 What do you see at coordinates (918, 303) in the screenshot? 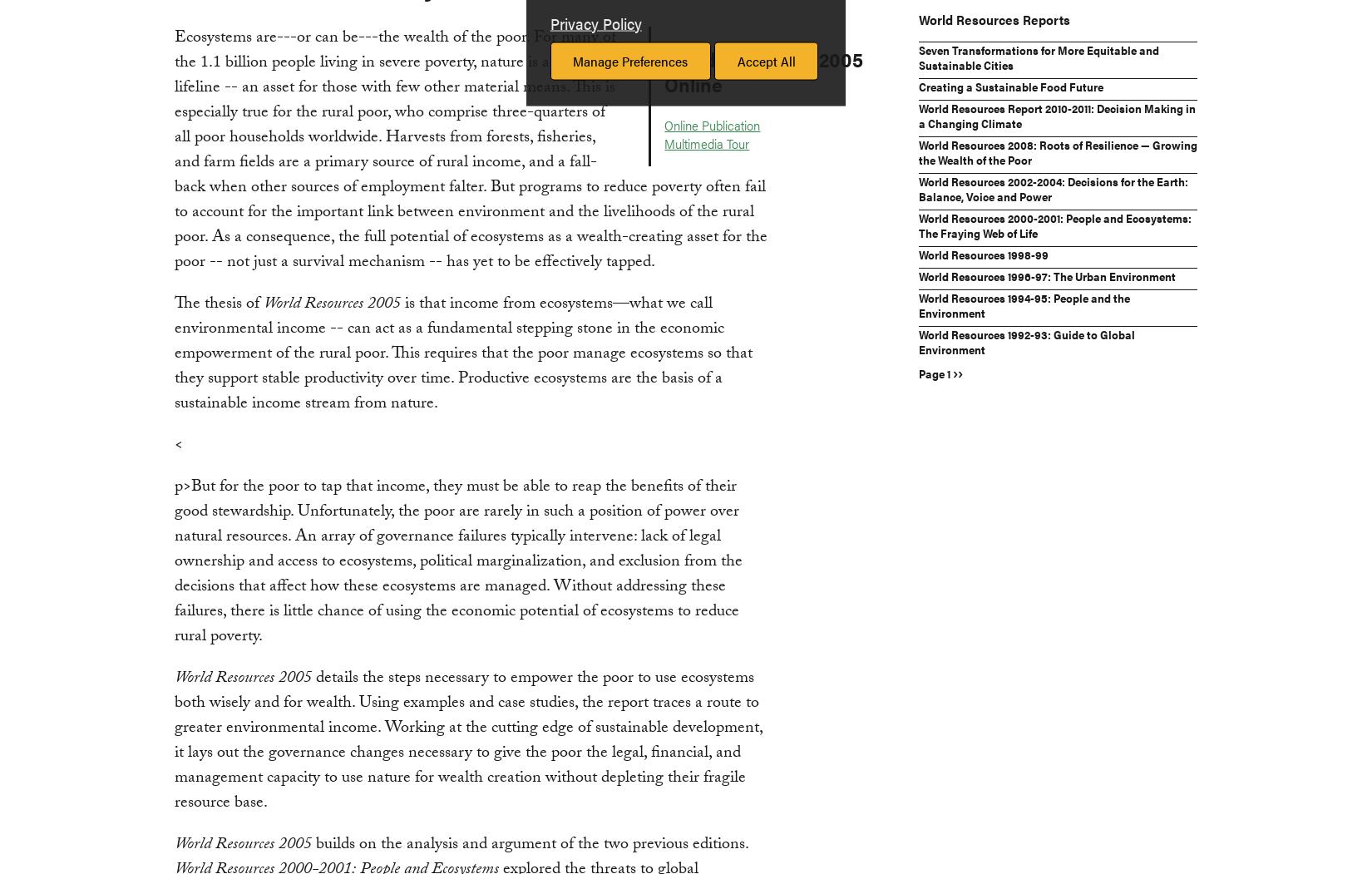
I see `'World Resources 1994-95: People and the Environment'` at bounding box center [918, 303].